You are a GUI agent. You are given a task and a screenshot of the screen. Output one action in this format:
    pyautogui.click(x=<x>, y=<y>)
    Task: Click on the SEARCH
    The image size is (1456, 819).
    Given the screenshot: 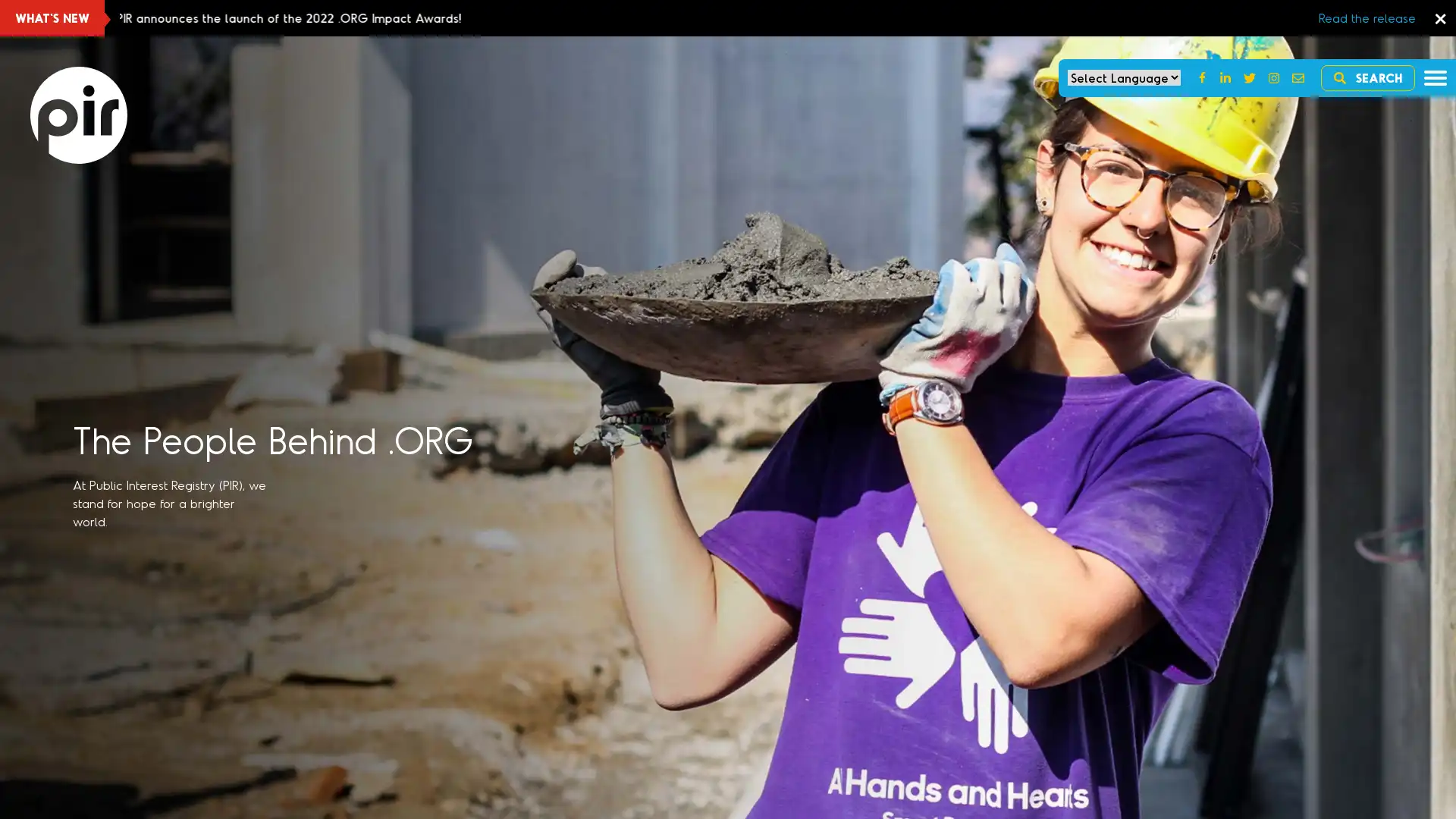 What is the action you would take?
    pyautogui.click(x=1368, y=78)
    